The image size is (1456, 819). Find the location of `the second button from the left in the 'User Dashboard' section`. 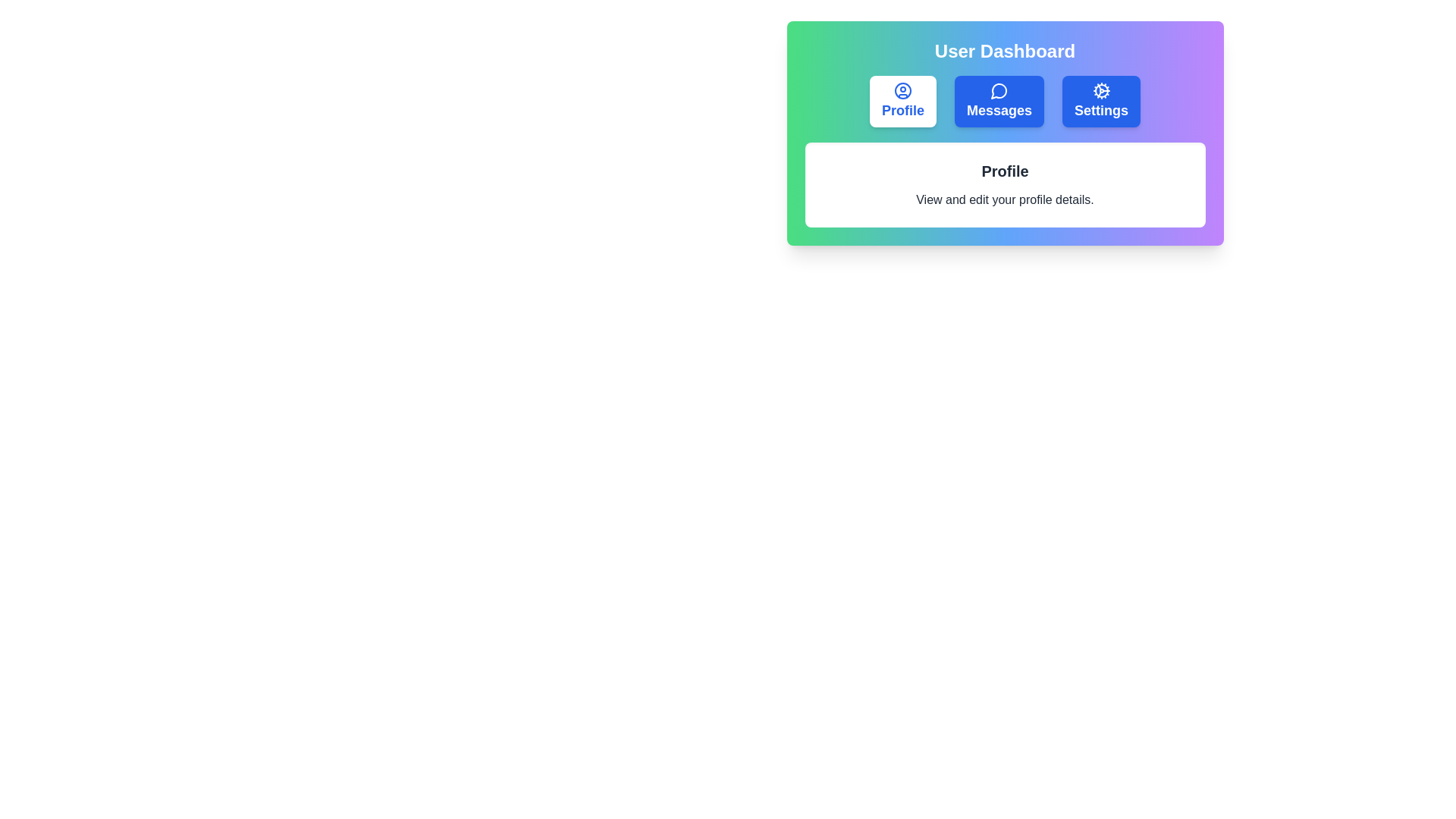

the second button from the left in the 'User Dashboard' section is located at coordinates (999, 102).